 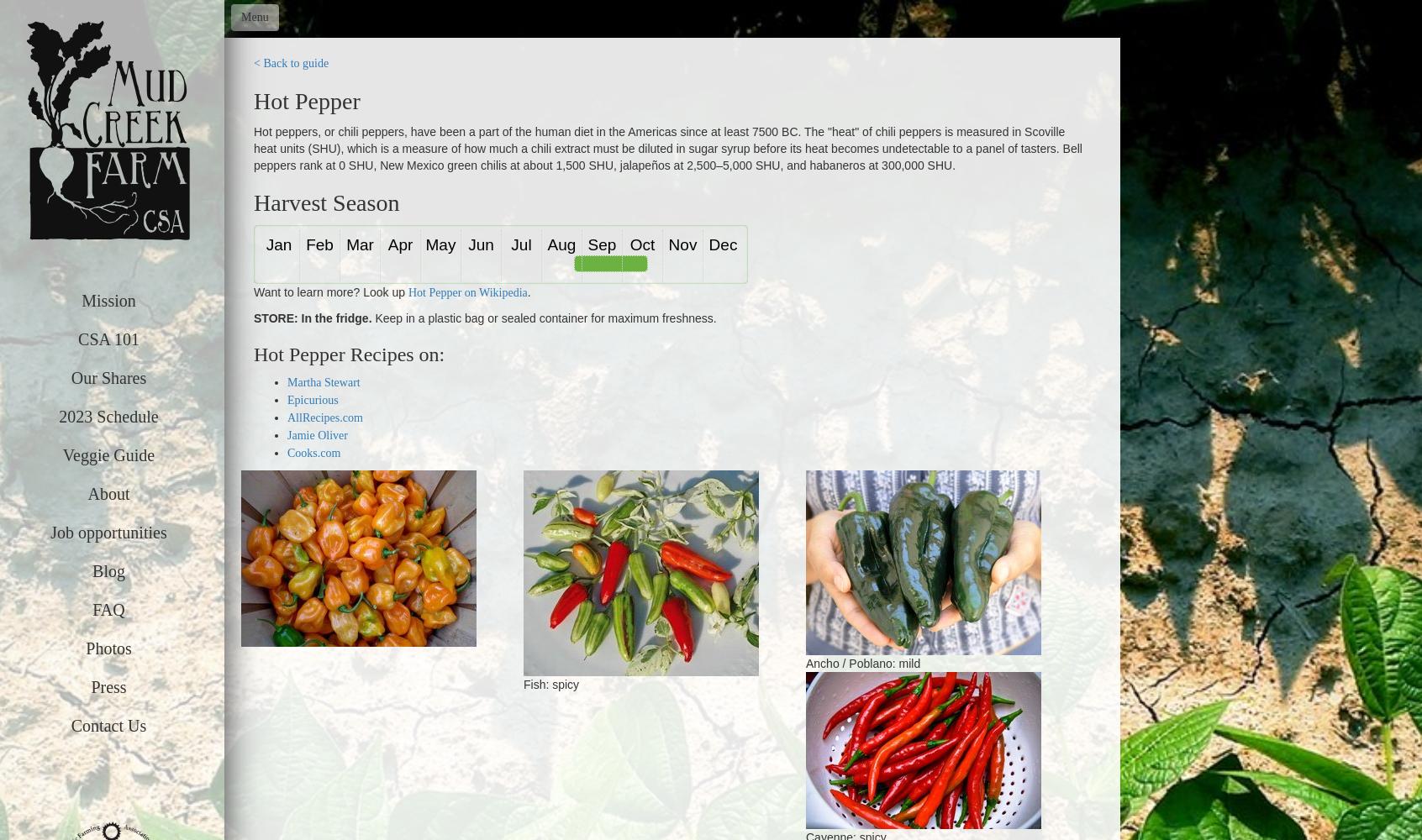 What do you see at coordinates (519, 244) in the screenshot?
I see `'Jul'` at bounding box center [519, 244].